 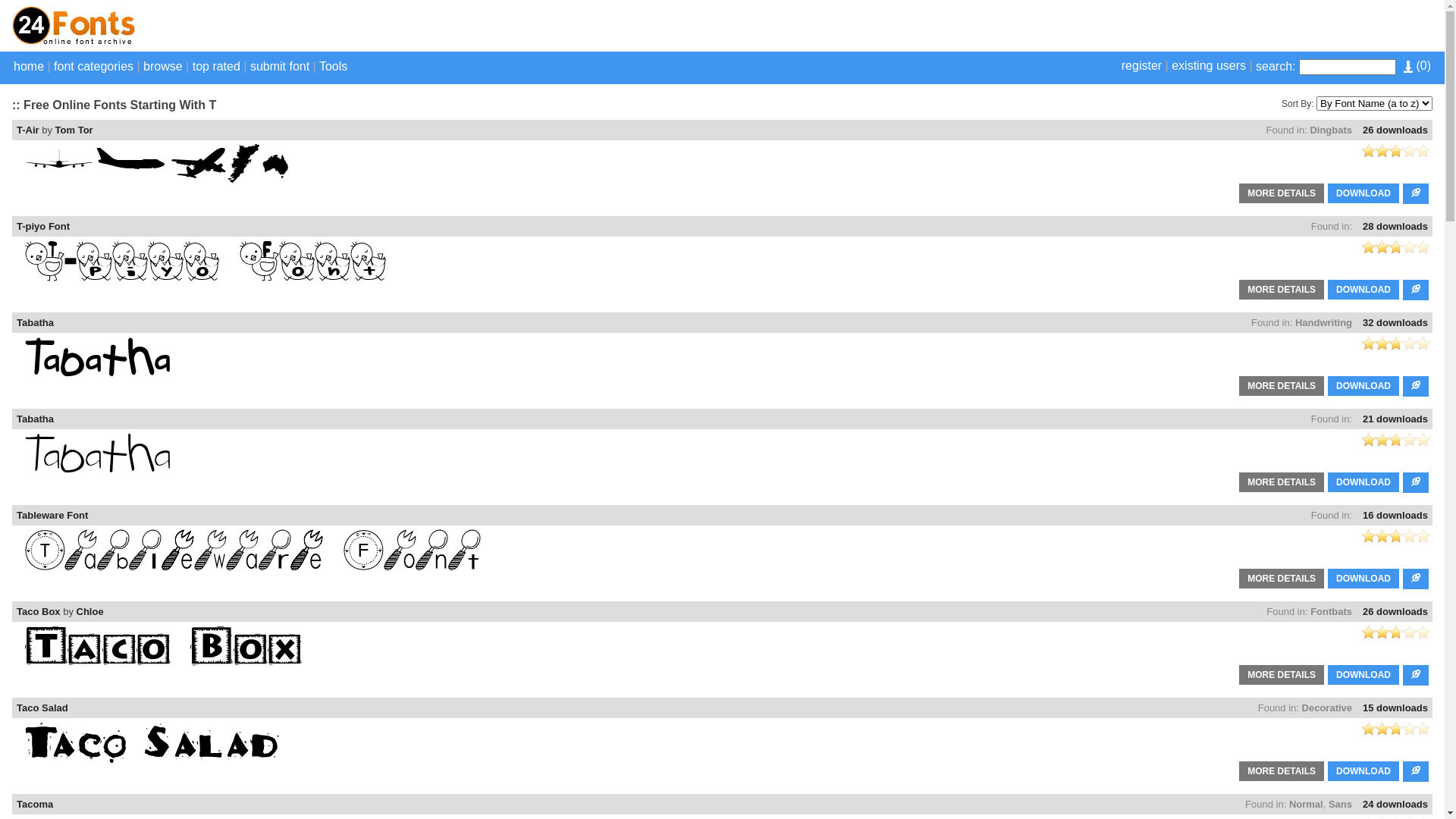 What do you see at coordinates (17, 514) in the screenshot?
I see `'Tableware Font'` at bounding box center [17, 514].